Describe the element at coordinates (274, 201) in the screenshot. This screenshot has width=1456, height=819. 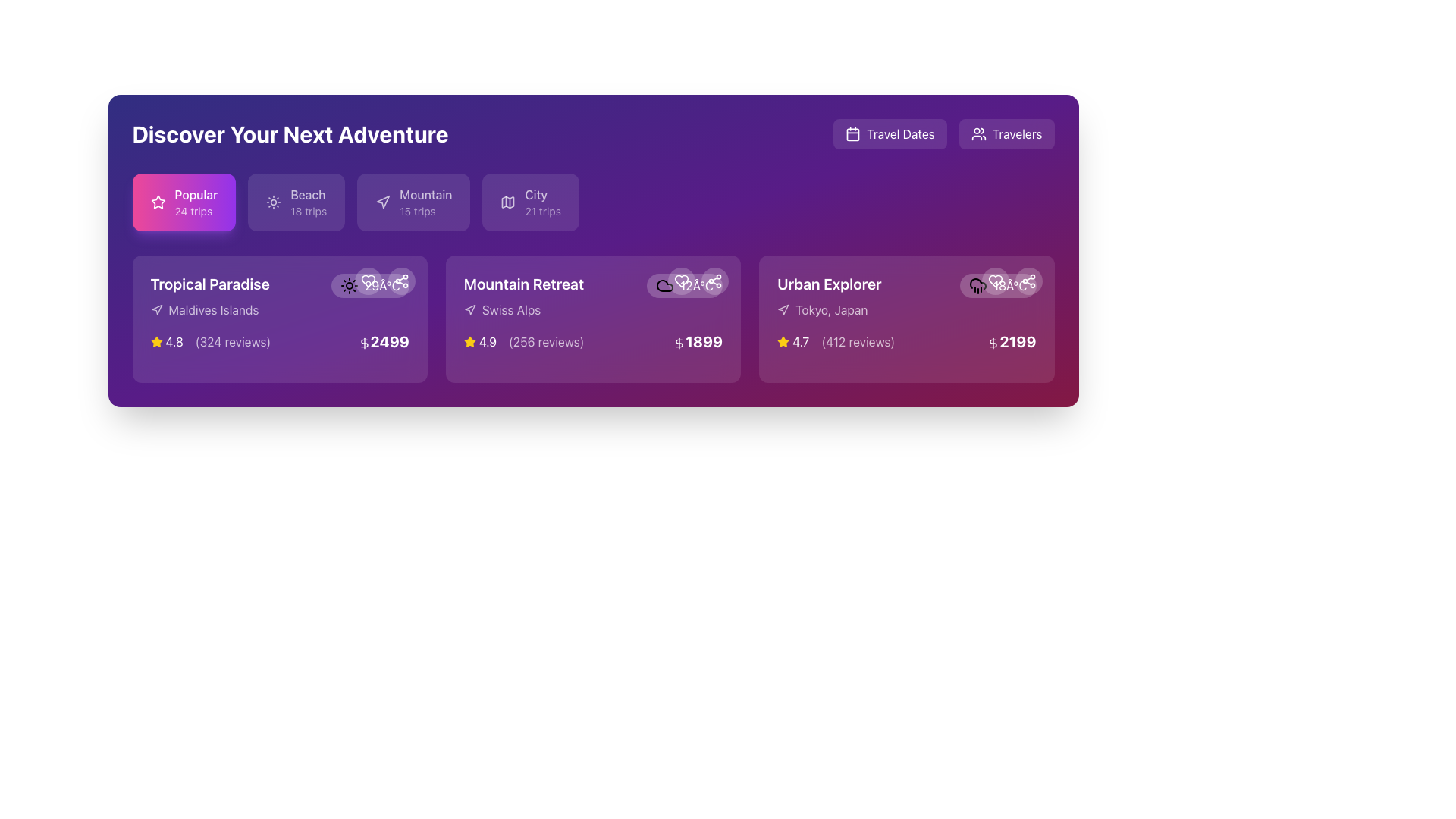
I see `the Beach icon located in the top section of the Beach card, which is positioned to the left of the text '18 trips' and above the word 'Beach'` at that location.